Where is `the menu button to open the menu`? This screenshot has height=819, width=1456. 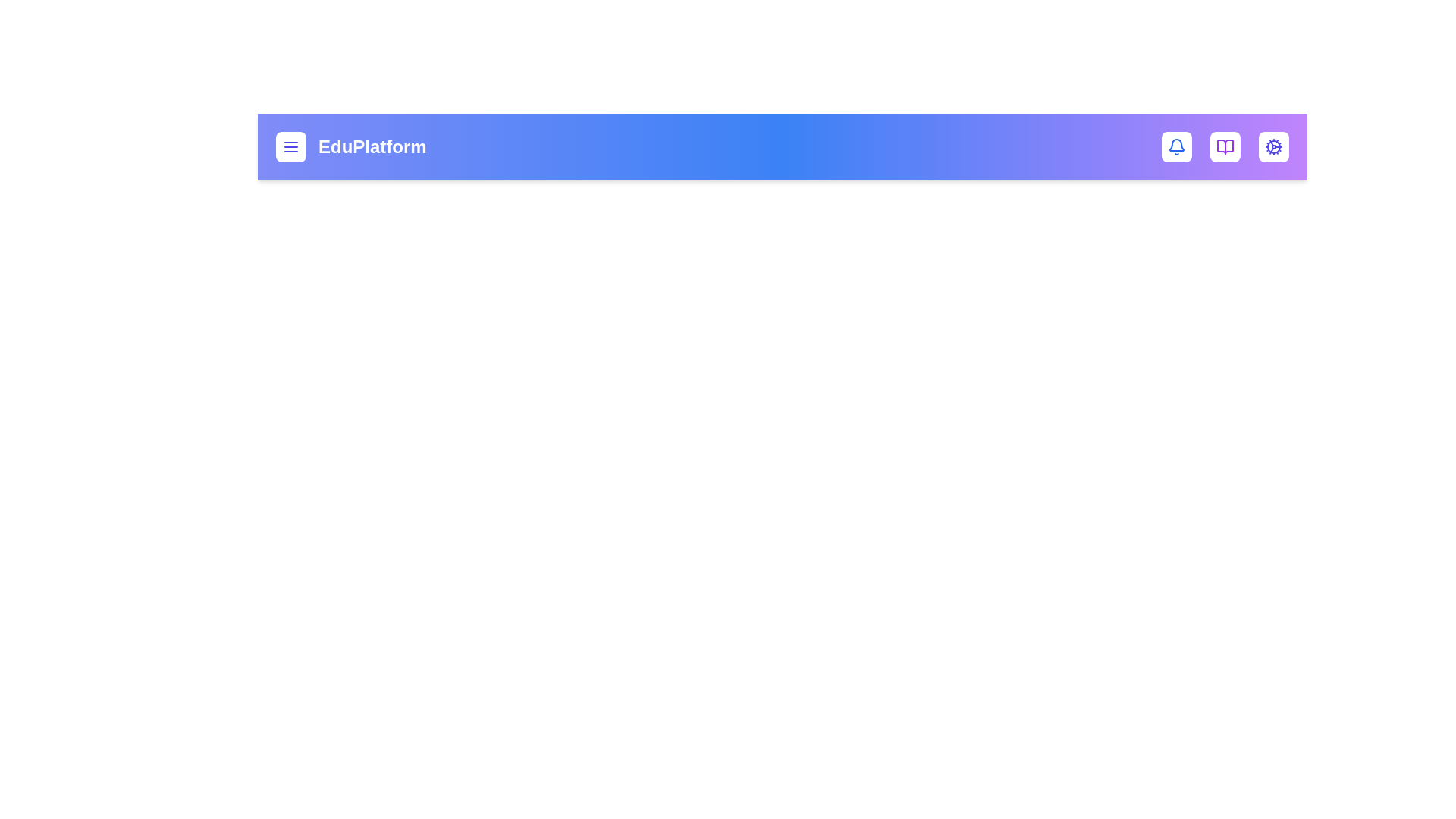 the menu button to open the menu is located at coordinates (291, 146).